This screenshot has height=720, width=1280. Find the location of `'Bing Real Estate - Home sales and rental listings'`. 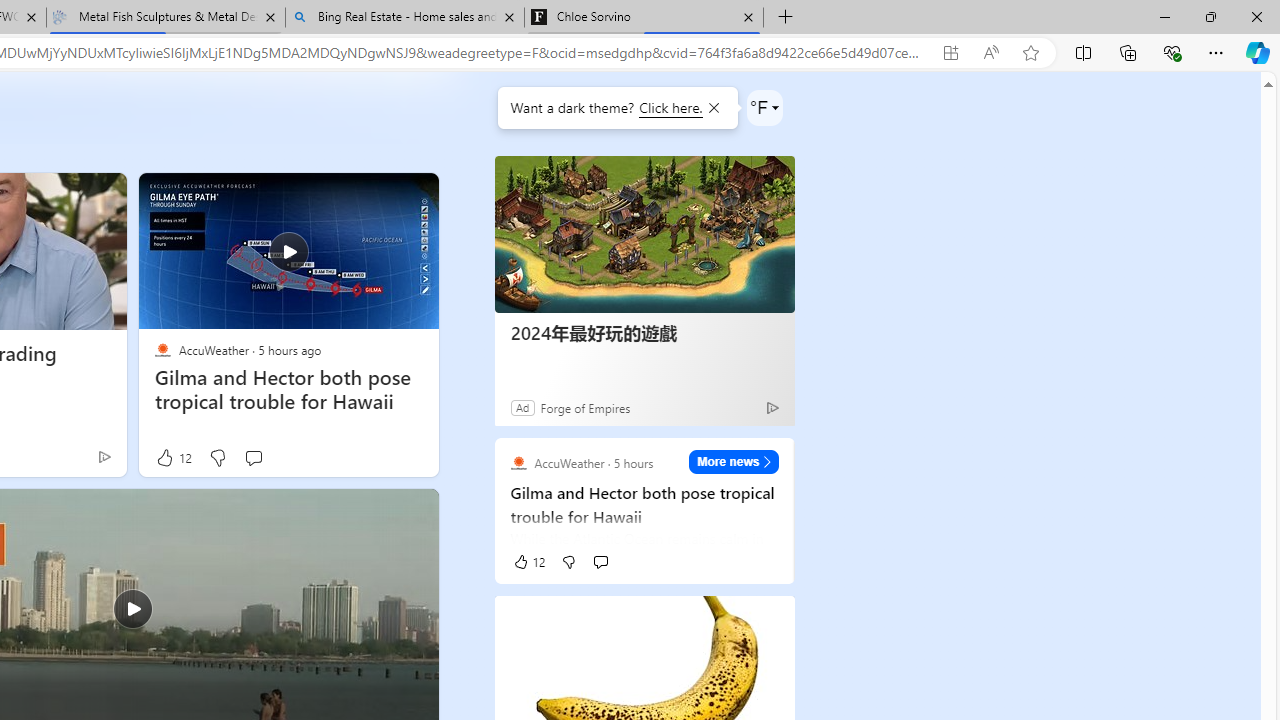

'Bing Real Estate - Home sales and rental listings' is located at coordinates (403, 17).